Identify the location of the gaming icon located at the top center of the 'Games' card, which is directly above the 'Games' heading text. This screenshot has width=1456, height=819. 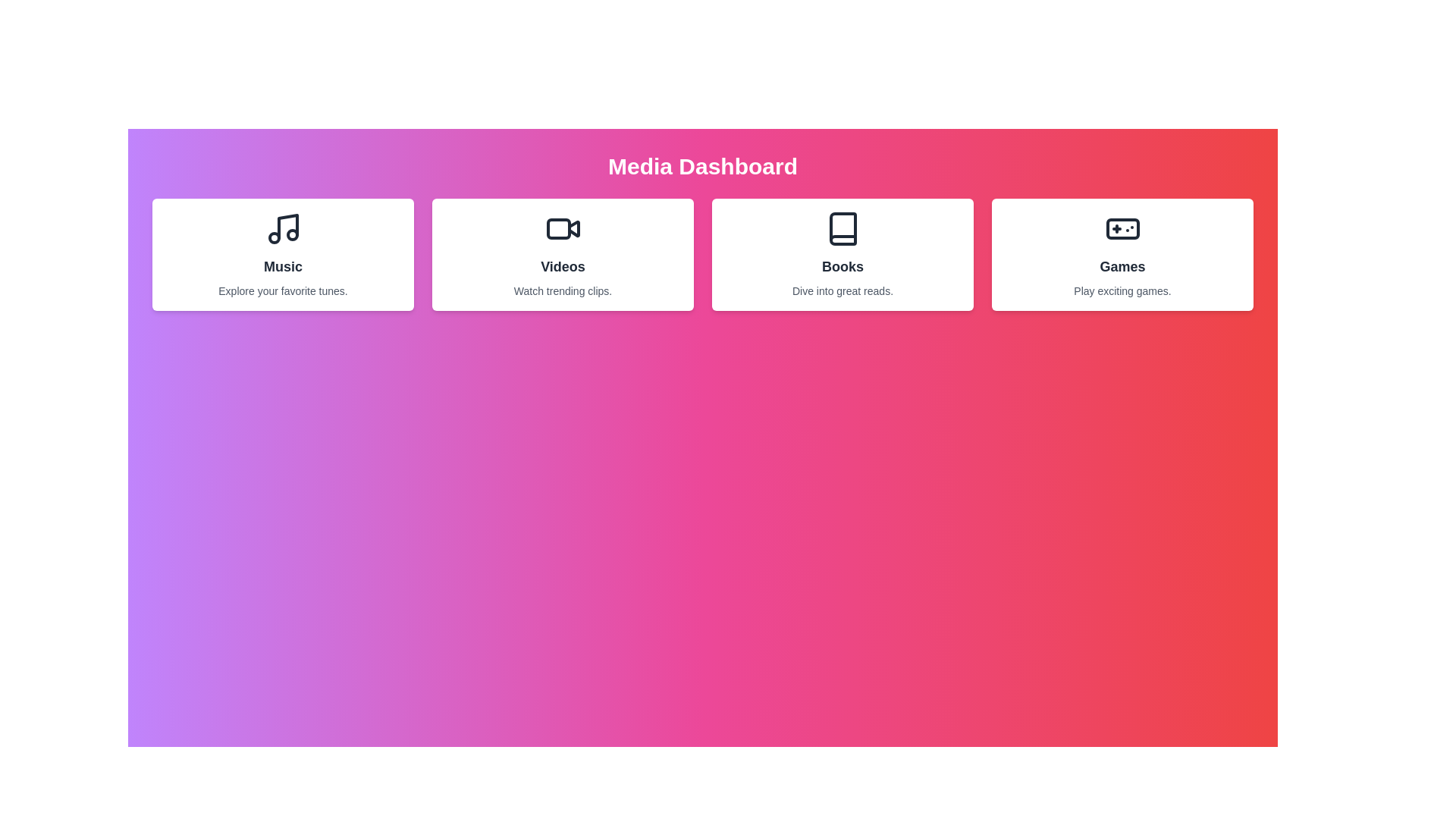
(1122, 228).